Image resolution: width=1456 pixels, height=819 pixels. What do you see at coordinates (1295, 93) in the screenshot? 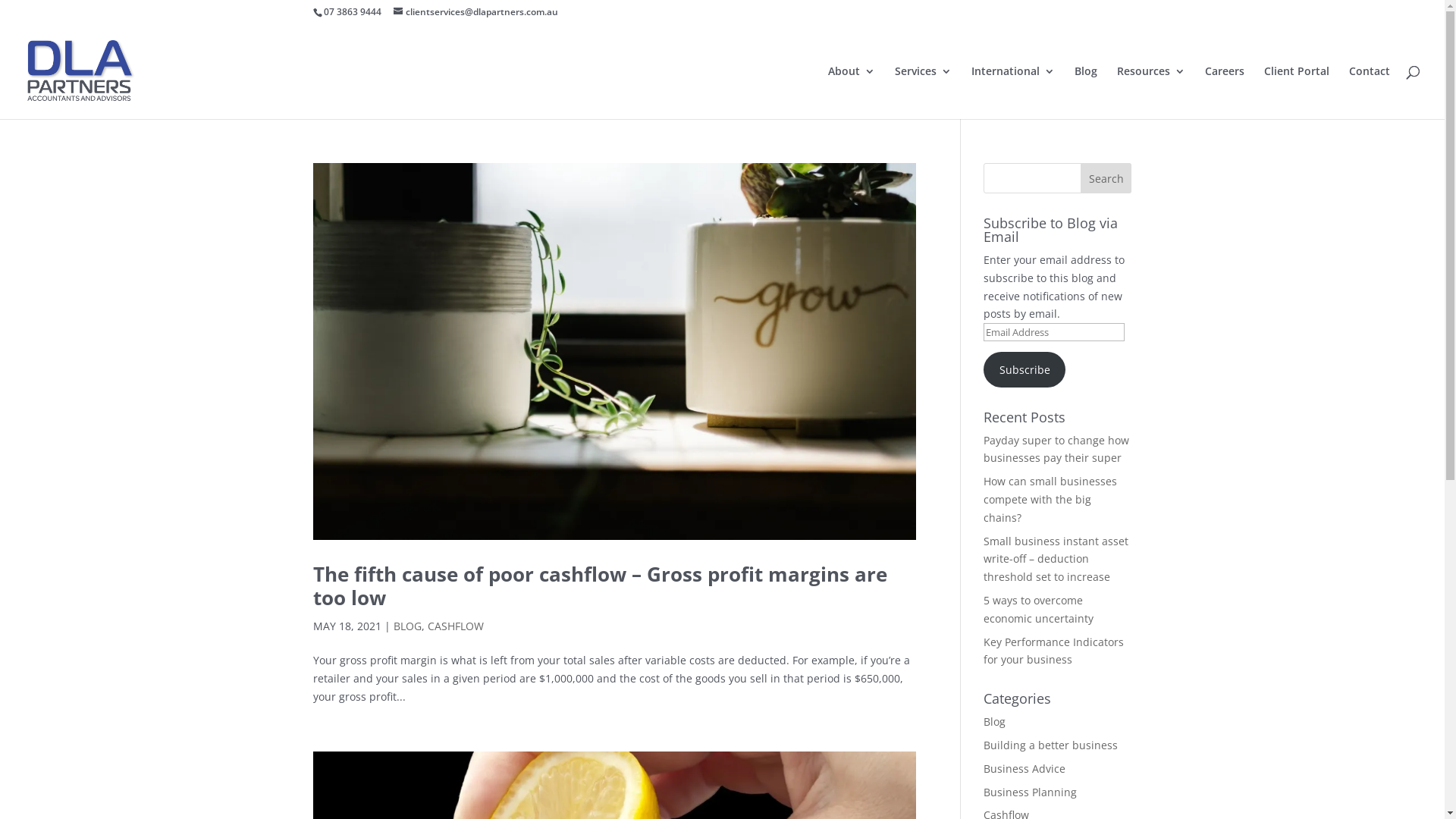
I see `'Client Portal'` at bounding box center [1295, 93].